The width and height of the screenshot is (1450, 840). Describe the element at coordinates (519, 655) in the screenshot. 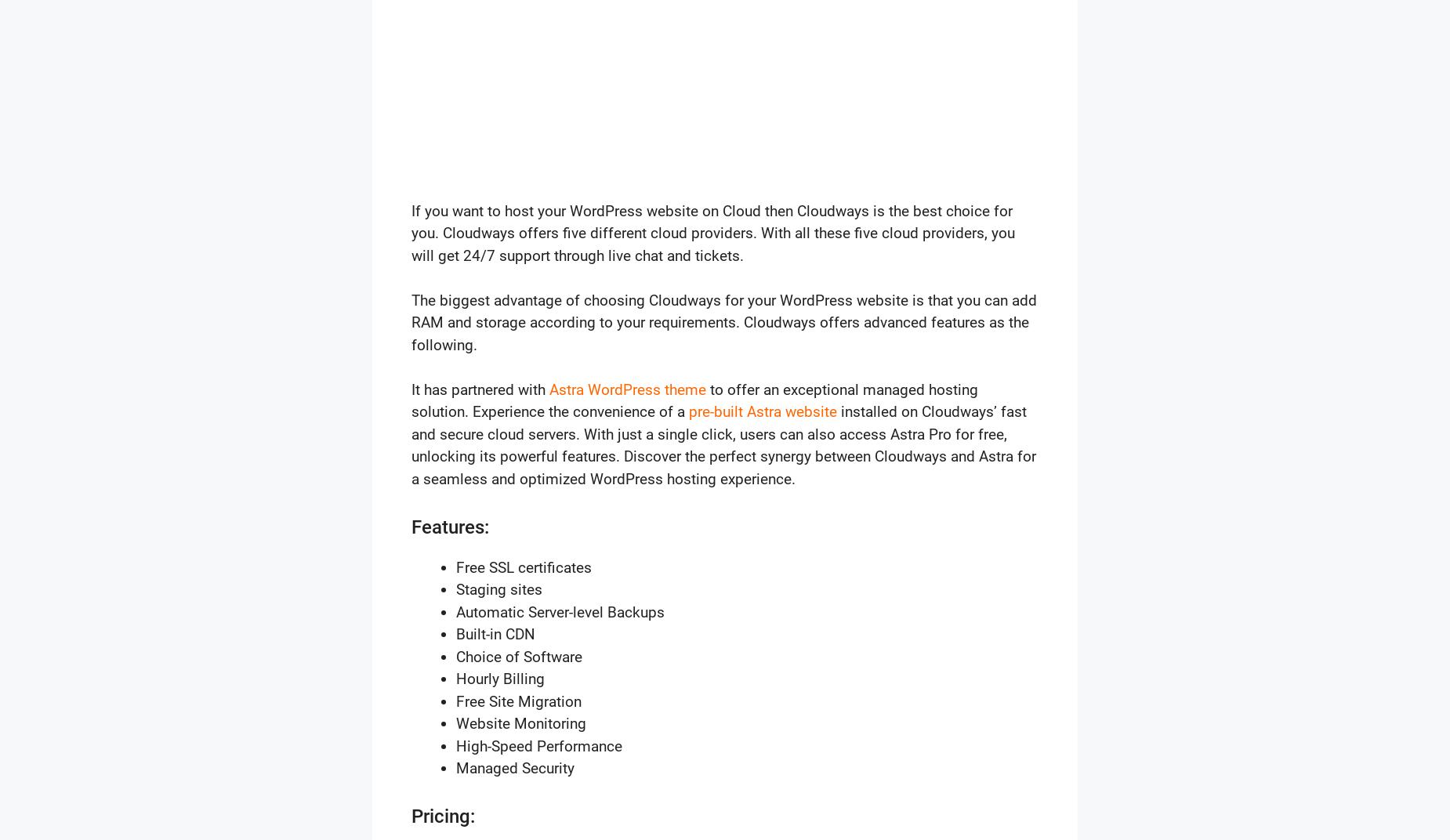

I see `'Choice of Software'` at that location.